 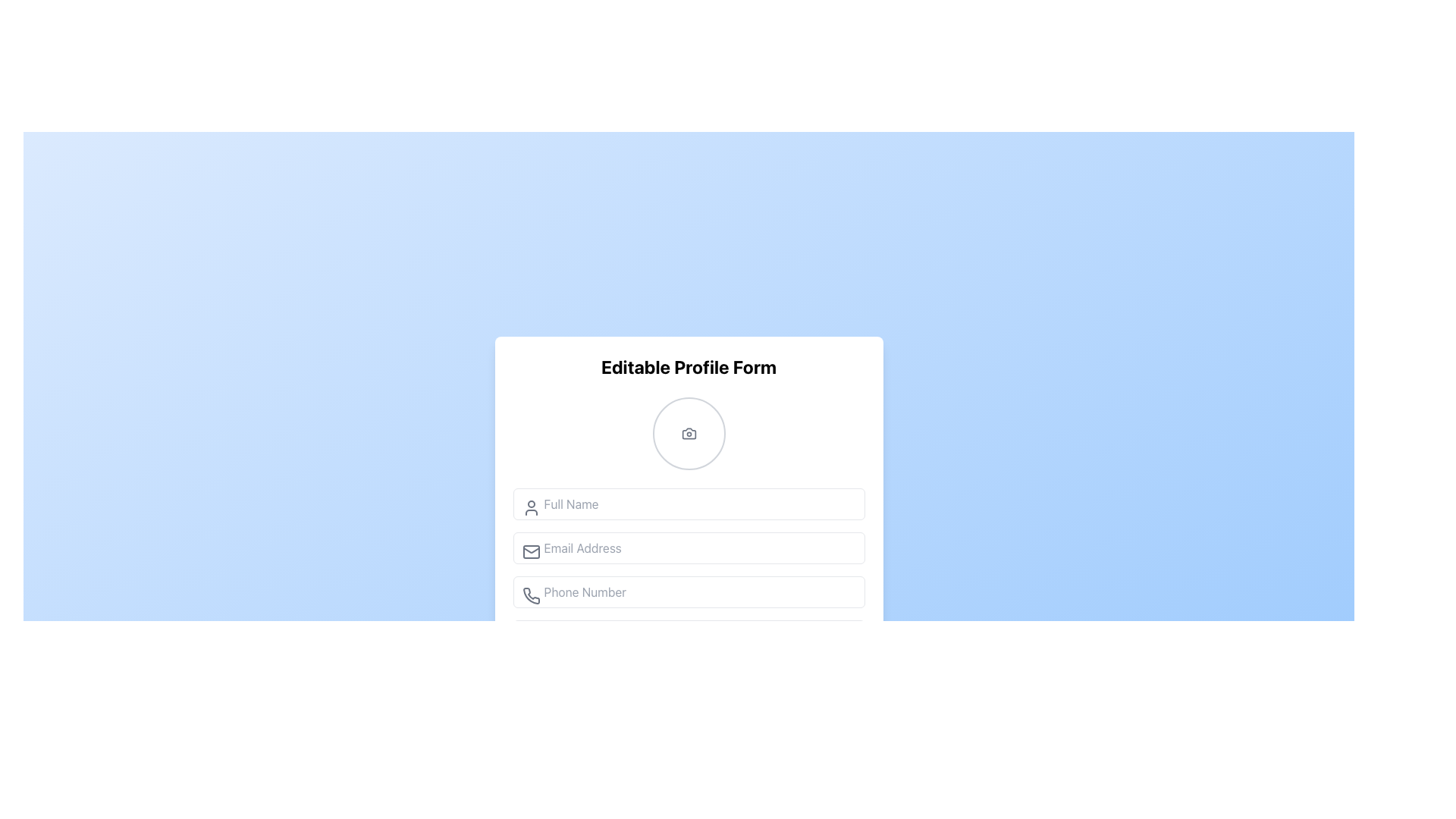 What do you see at coordinates (531, 595) in the screenshot?
I see `the phone icon that indicates the purpose of the adjacent input field for phone number input` at bounding box center [531, 595].